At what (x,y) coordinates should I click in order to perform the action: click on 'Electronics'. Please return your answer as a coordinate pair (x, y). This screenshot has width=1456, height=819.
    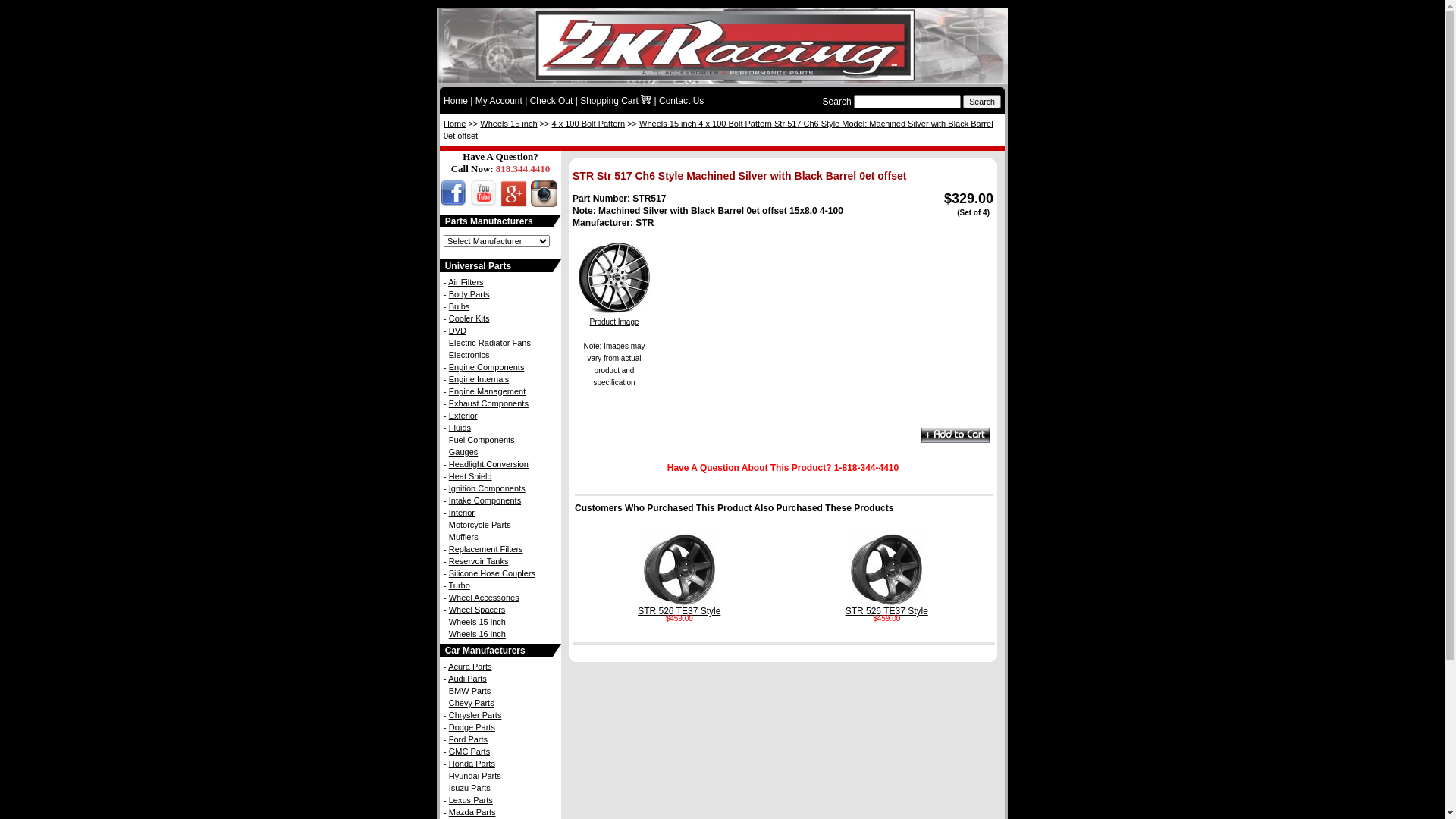
    Looking at the image, I should click on (447, 354).